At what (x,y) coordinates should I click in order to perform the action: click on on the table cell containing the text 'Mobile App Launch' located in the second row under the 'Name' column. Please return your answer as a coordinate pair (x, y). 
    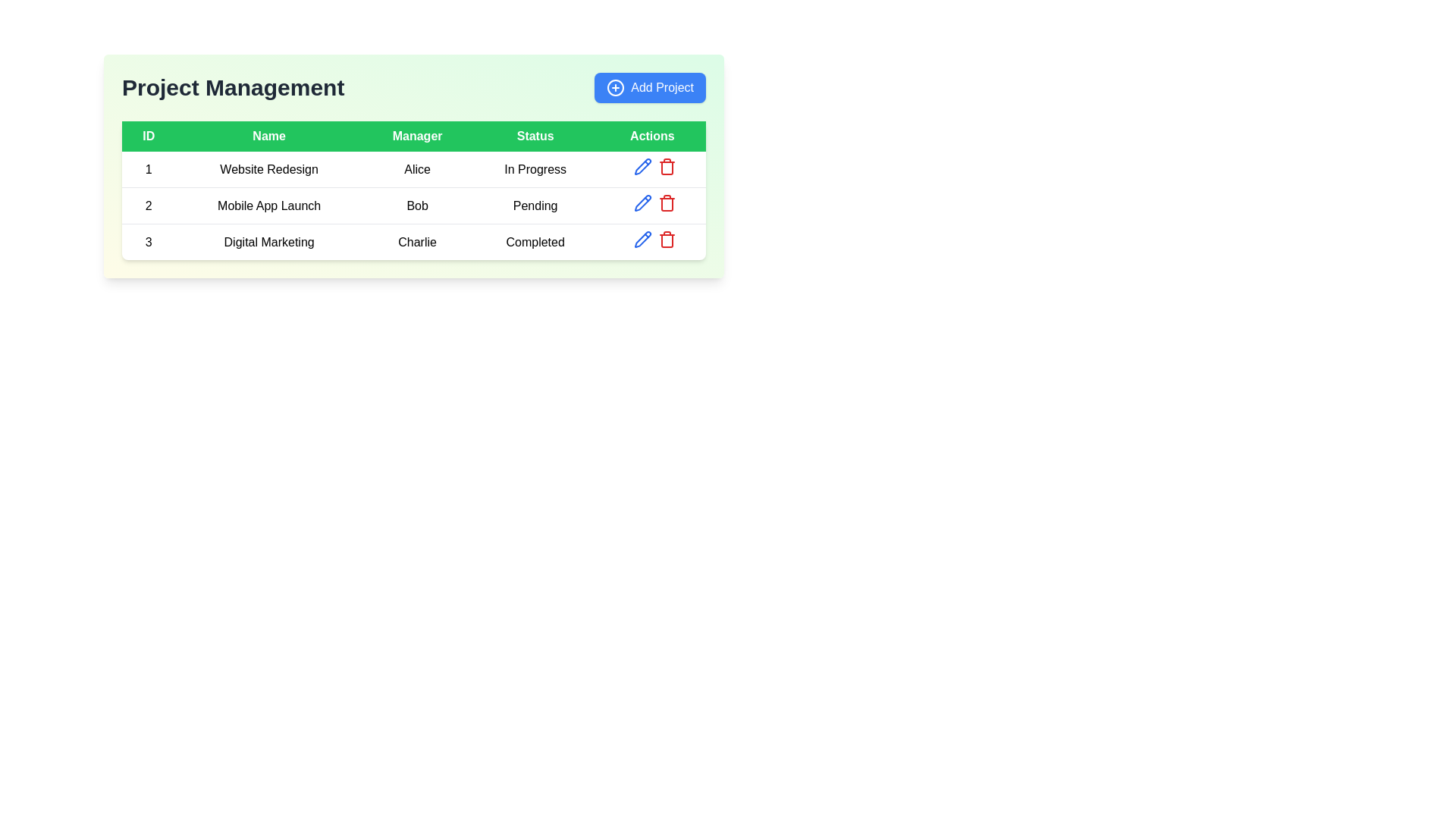
    Looking at the image, I should click on (269, 206).